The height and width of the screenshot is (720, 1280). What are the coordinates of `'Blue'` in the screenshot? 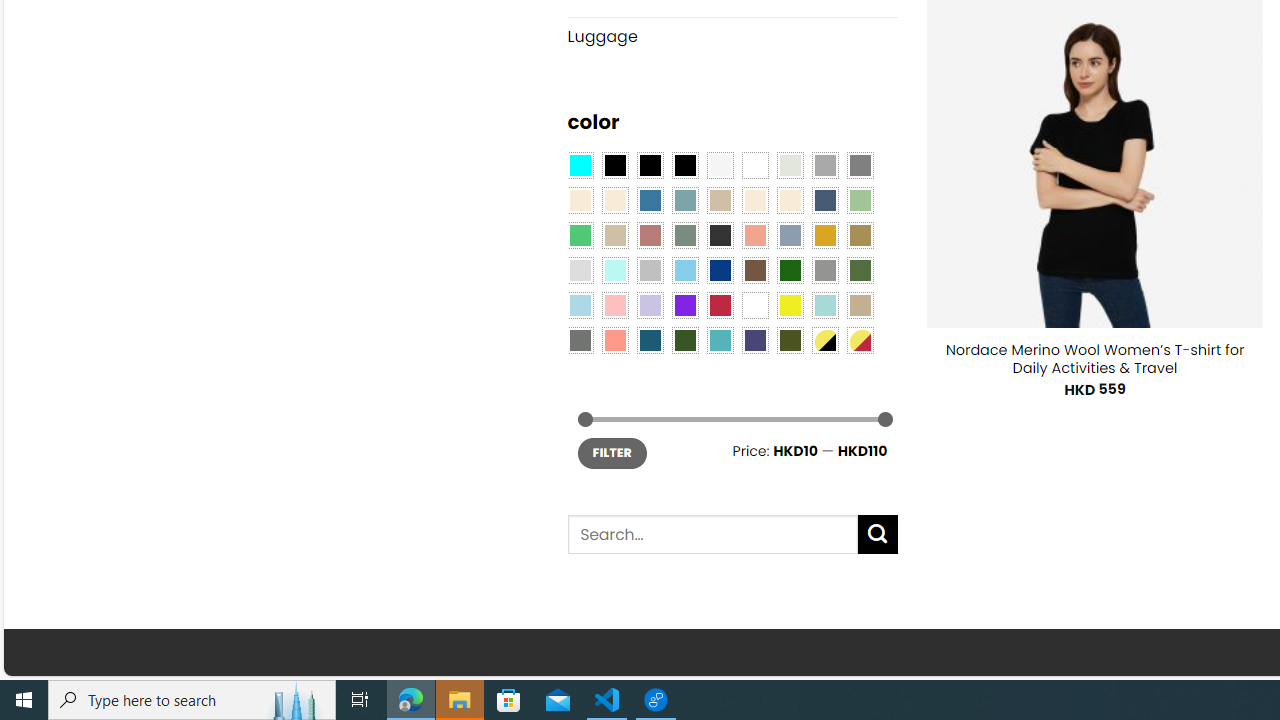 It's located at (650, 200).